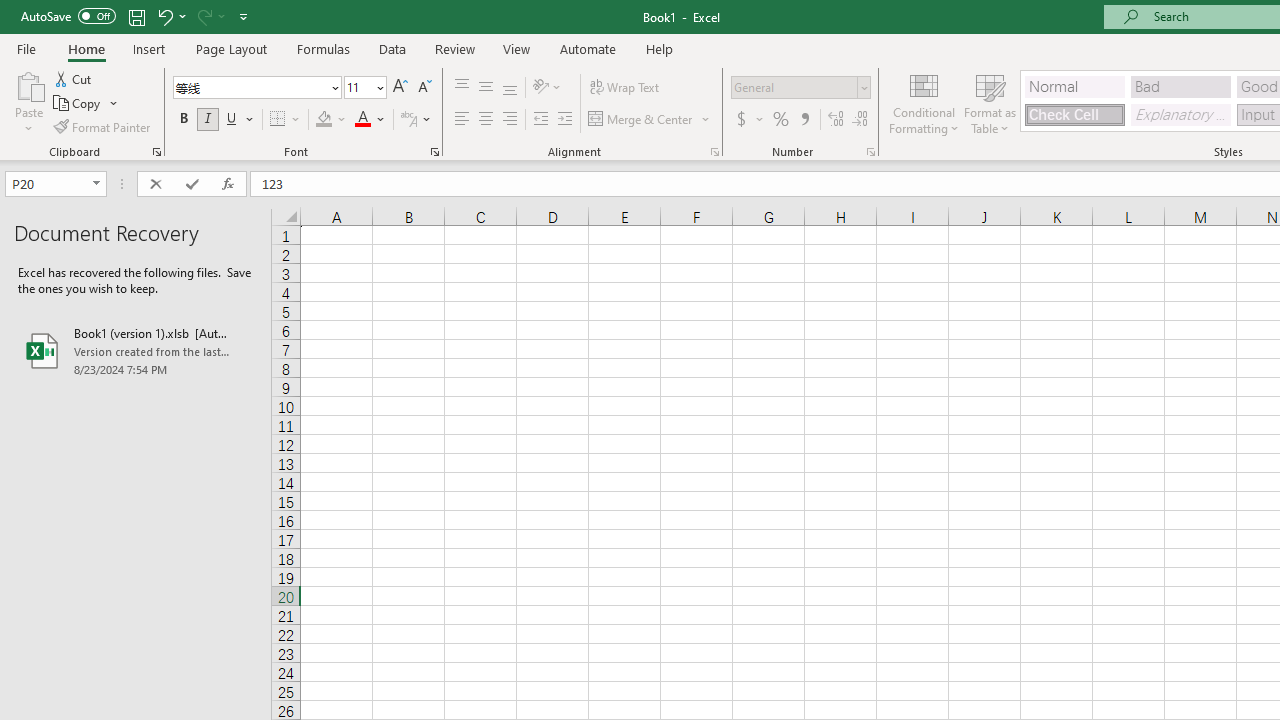 This screenshot has height=720, width=1280. What do you see at coordinates (793, 86) in the screenshot?
I see `'Number Format'` at bounding box center [793, 86].